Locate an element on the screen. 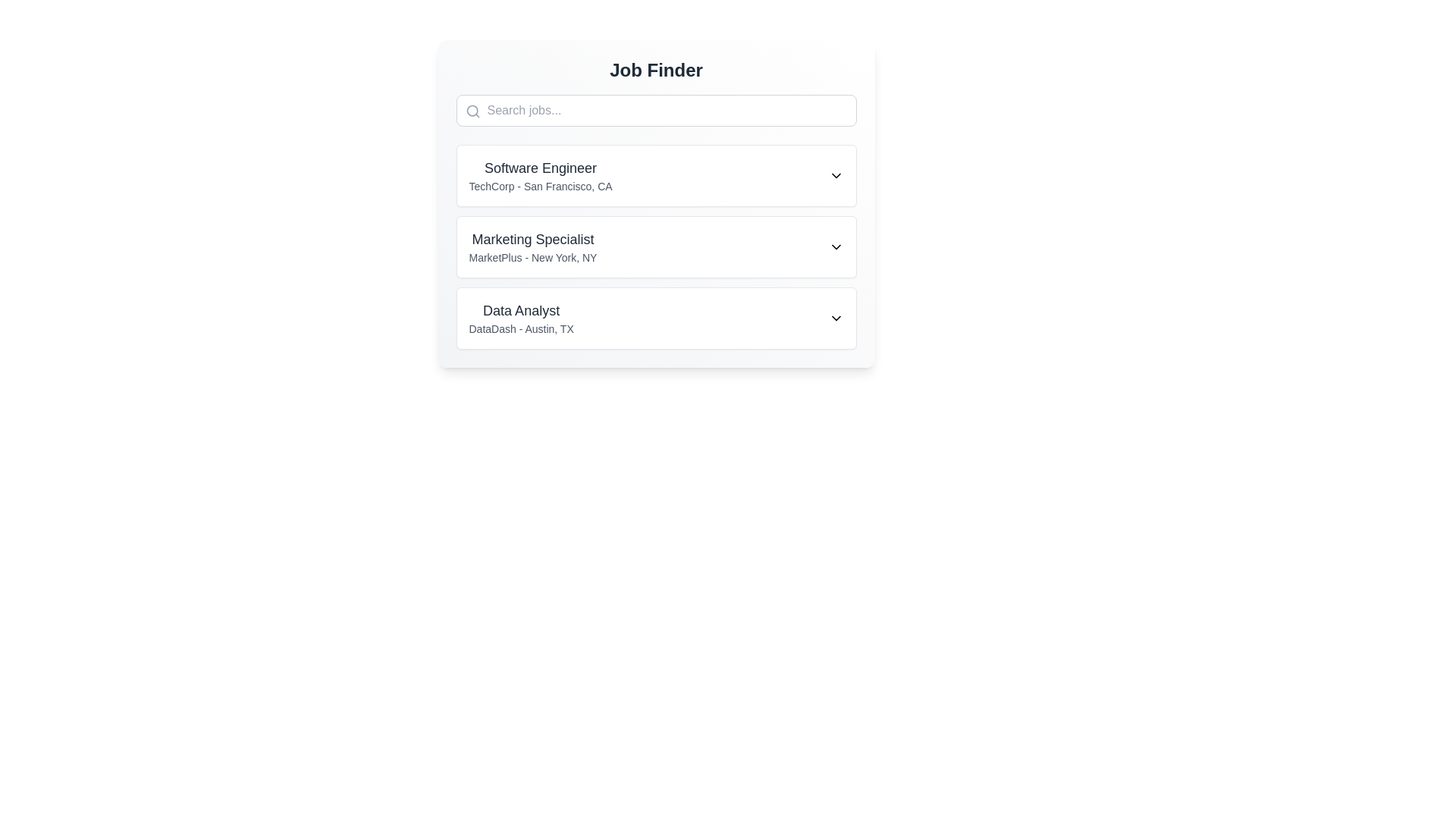 The height and width of the screenshot is (819, 1456). the gray magnifying glass icon, which is a search indicator positioned on the left side of the search input field under the 'Job Finder' title is located at coordinates (472, 110).